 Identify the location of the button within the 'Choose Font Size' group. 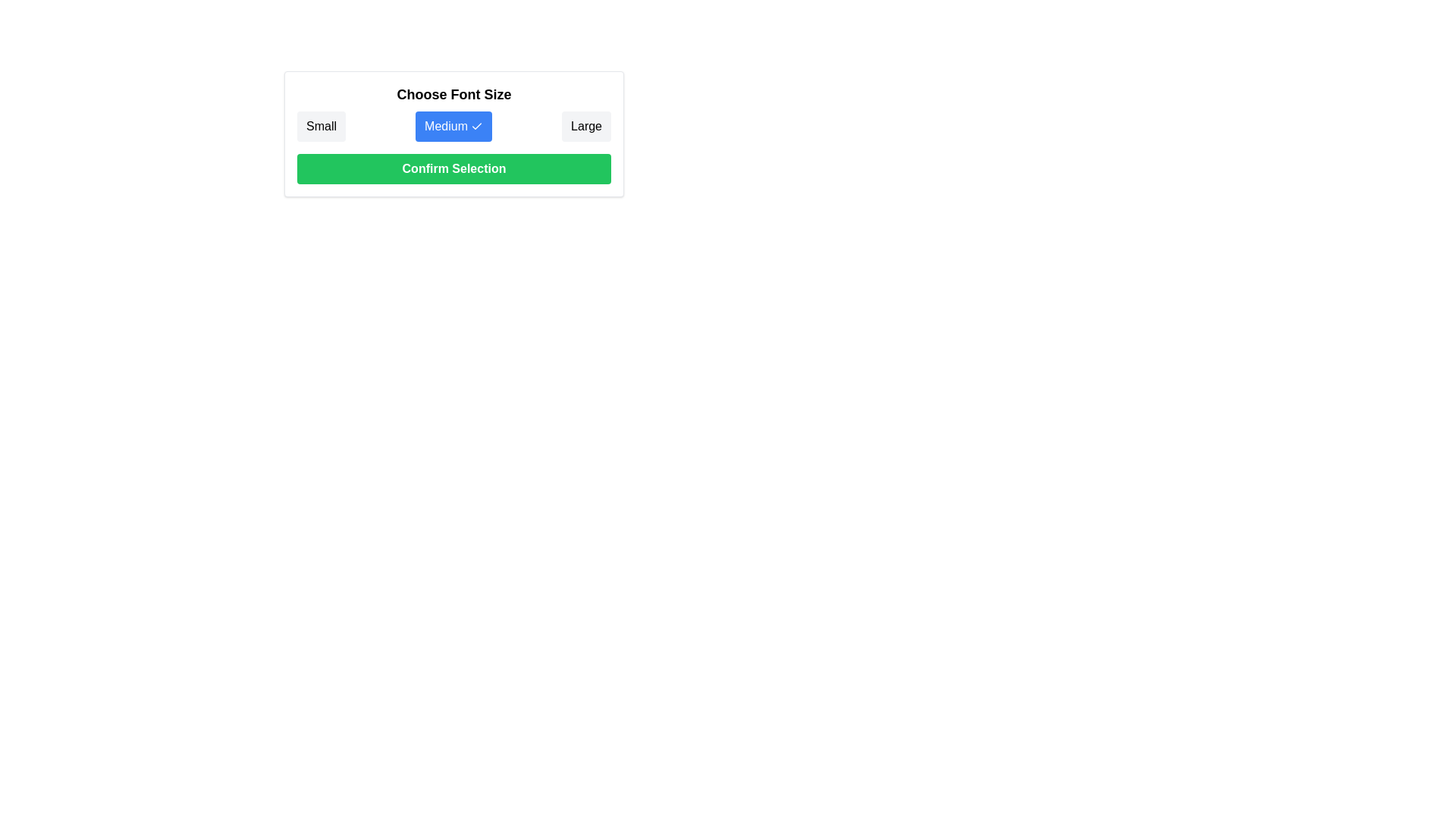
(453, 125).